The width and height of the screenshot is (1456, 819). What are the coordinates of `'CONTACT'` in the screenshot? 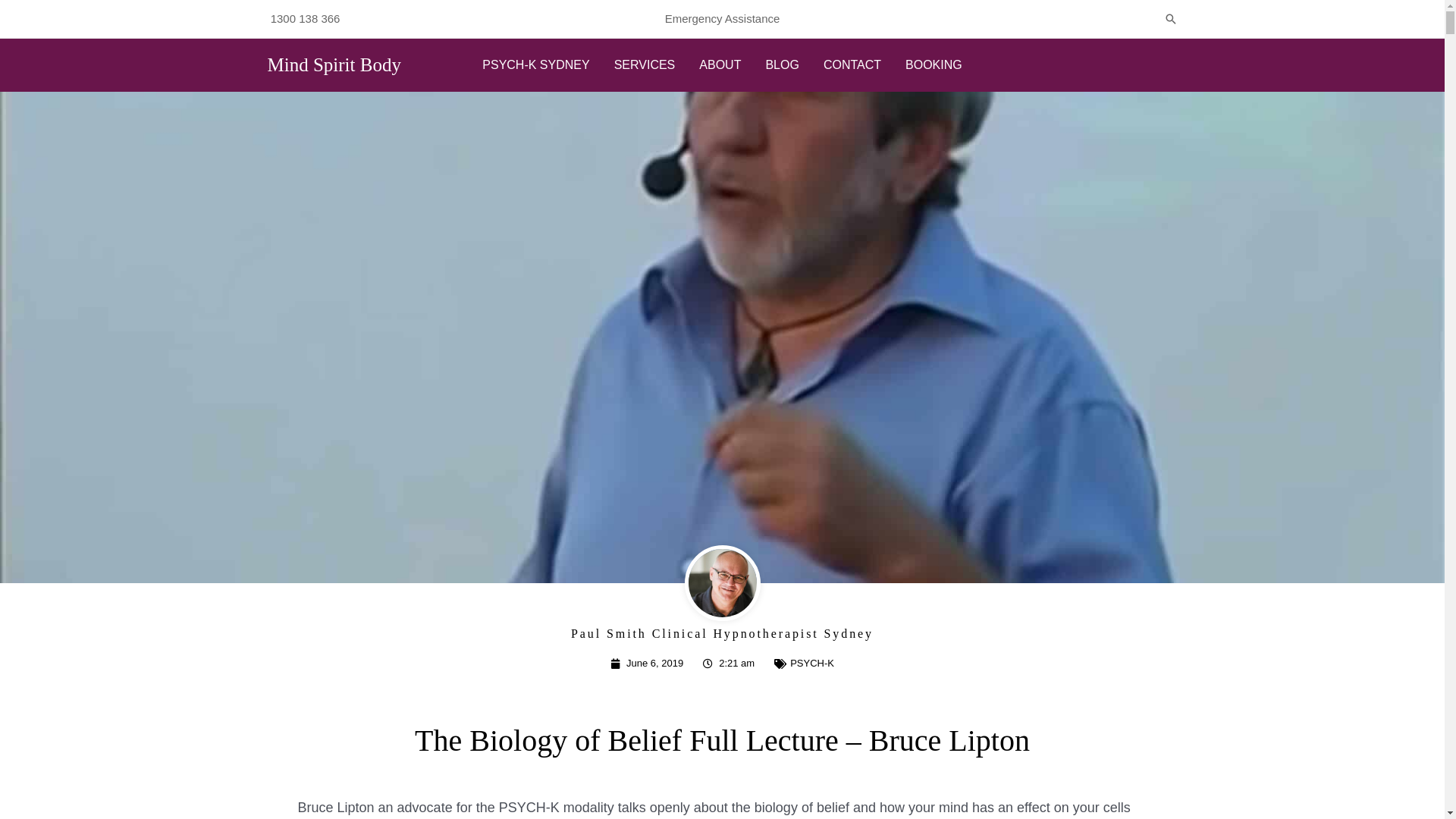 It's located at (852, 64).